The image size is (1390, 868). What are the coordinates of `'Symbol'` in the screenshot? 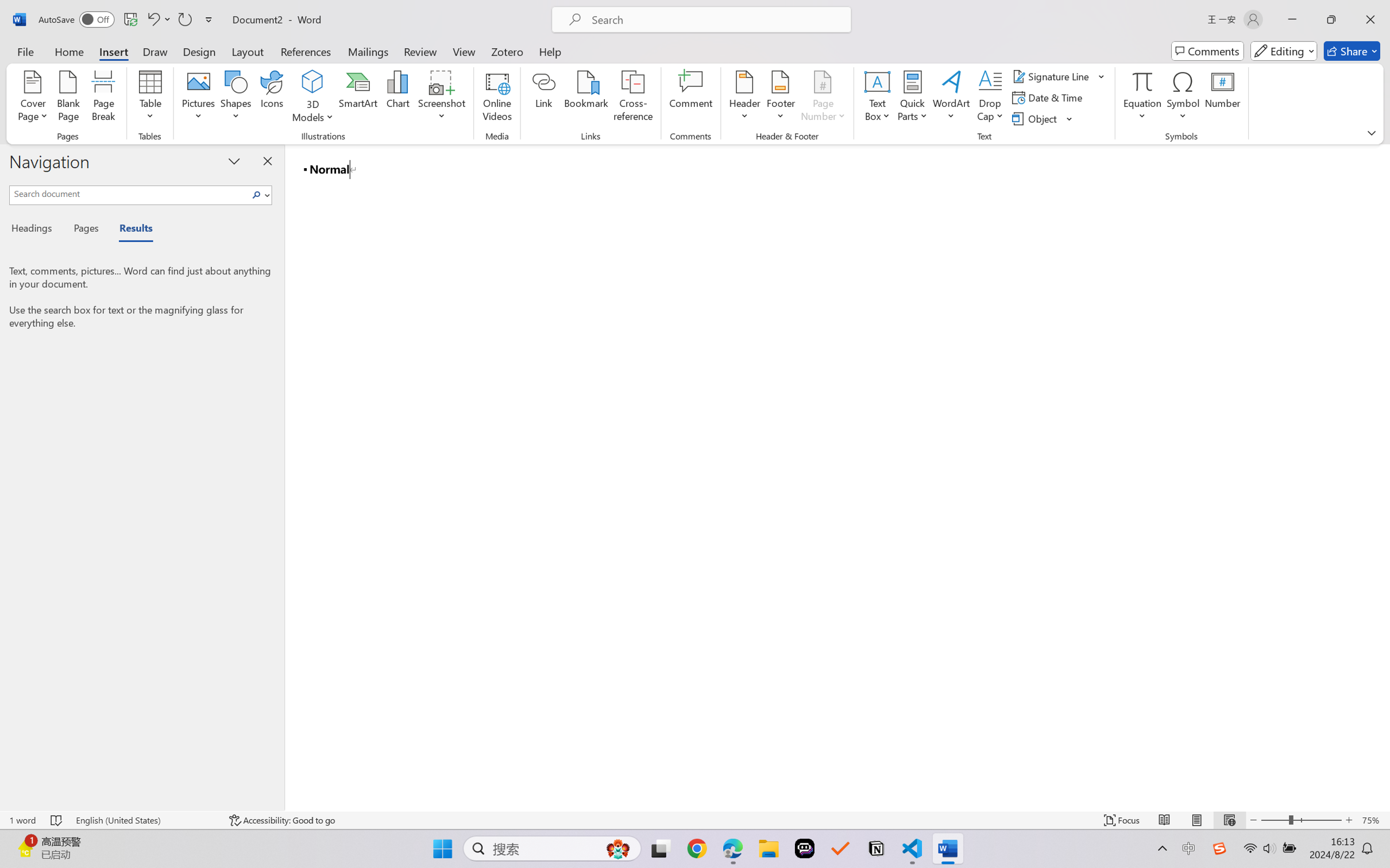 It's located at (1182, 98).